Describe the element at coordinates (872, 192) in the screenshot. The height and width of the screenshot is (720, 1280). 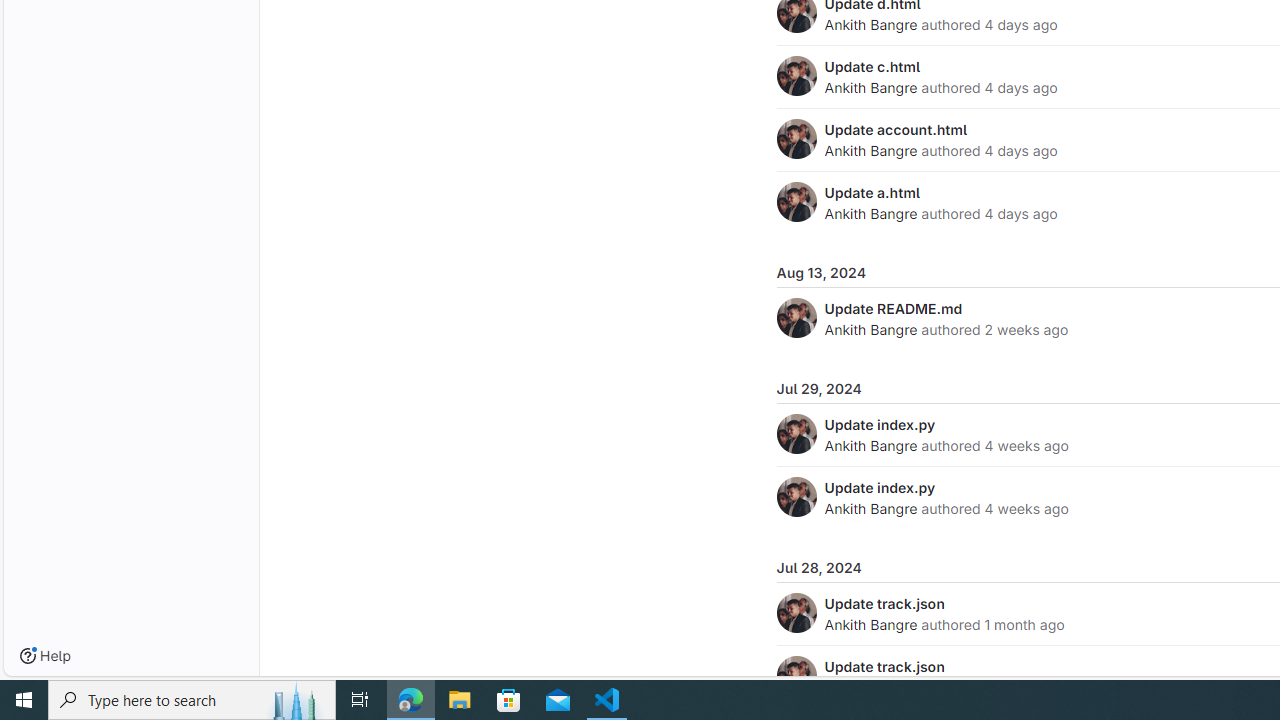
I see `'Update a.html'` at that location.